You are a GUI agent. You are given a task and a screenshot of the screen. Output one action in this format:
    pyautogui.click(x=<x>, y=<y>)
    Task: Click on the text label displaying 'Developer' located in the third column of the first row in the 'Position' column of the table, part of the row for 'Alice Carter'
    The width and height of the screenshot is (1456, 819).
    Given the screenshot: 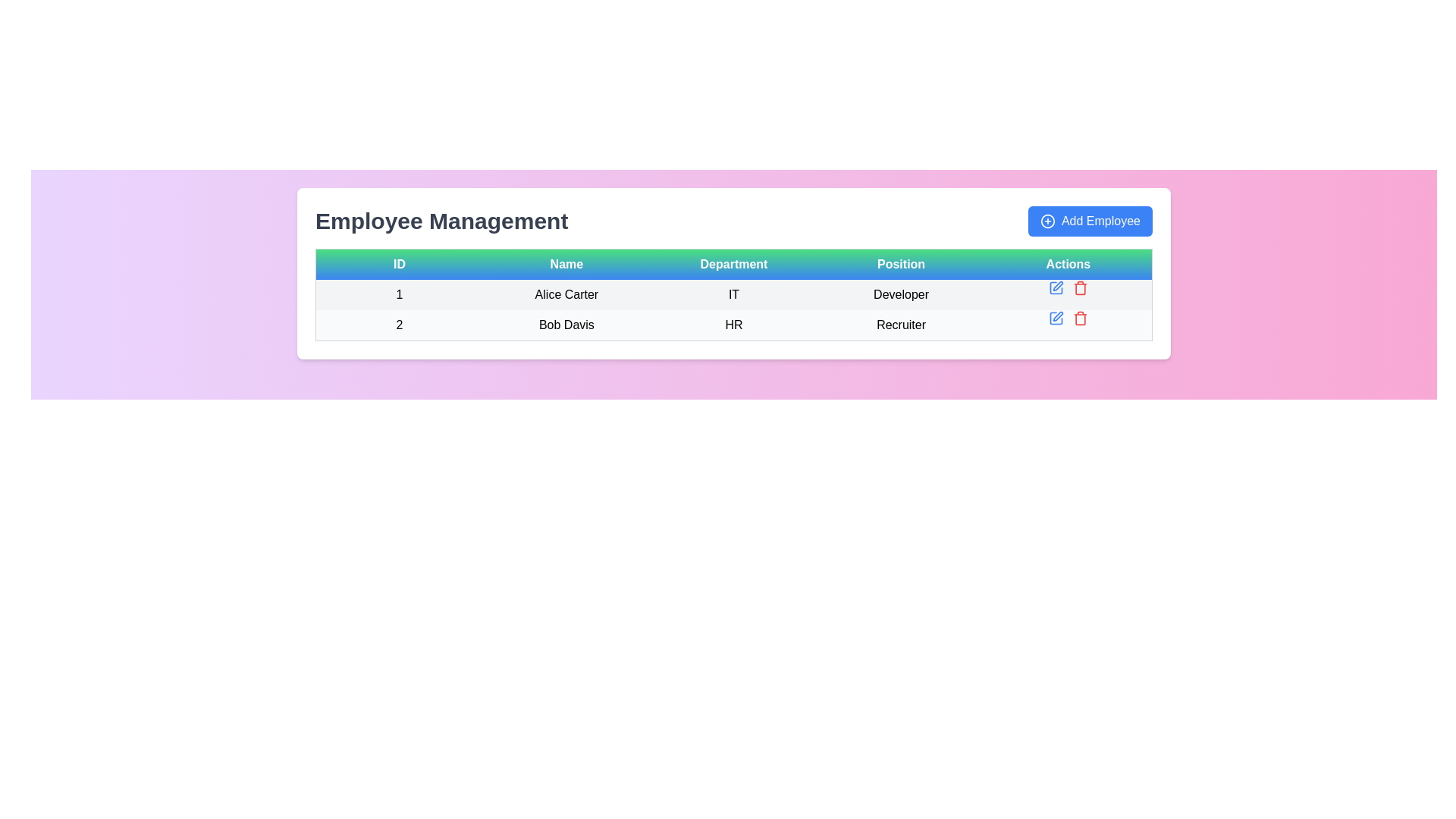 What is the action you would take?
    pyautogui.click(x=901, y=295)
    